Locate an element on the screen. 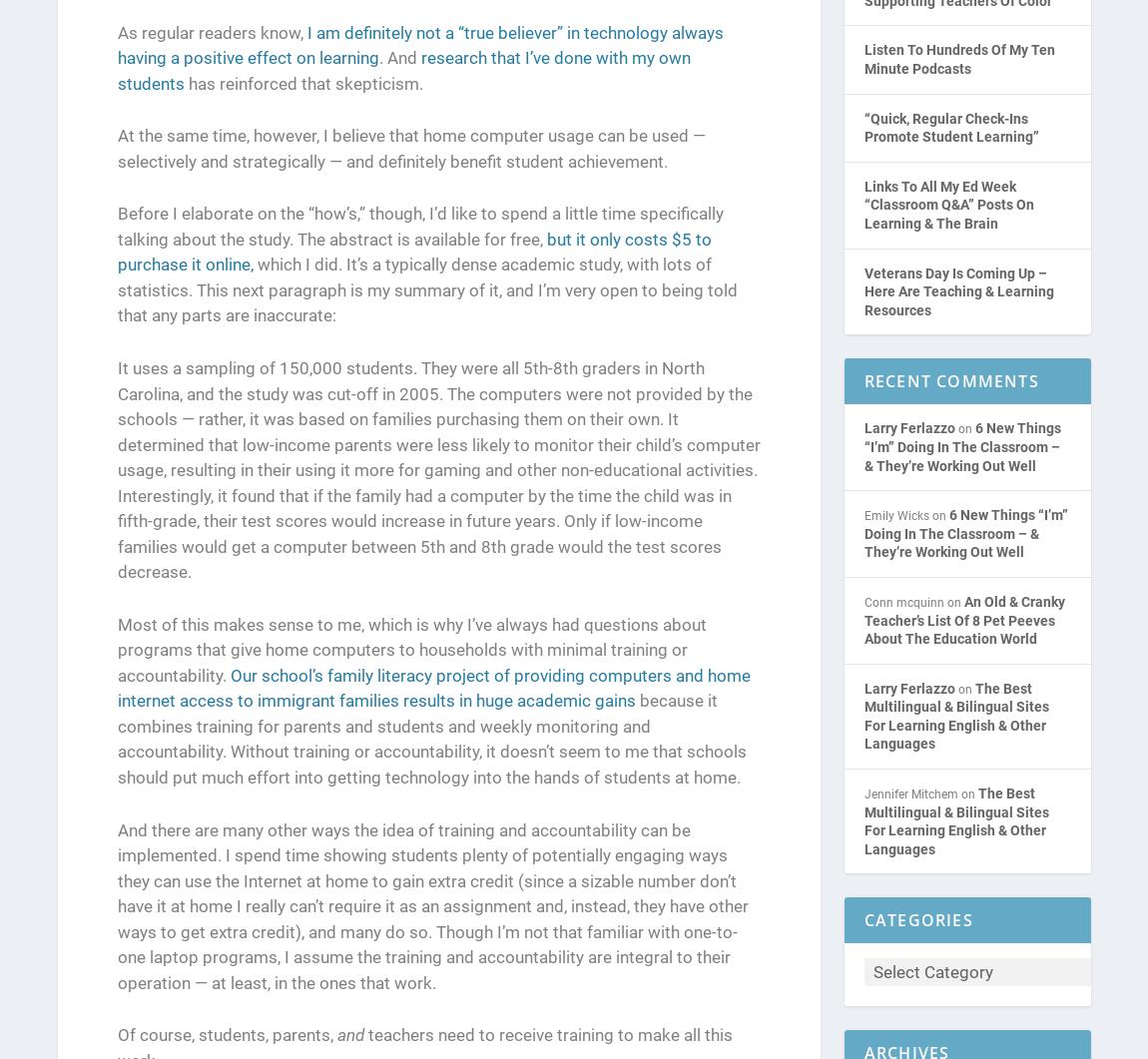 This screenshot has width=1148, height=1059. 'Listen To Hundreds Of My Ten Minute Podcasts' is located at coordinates (863, 60).